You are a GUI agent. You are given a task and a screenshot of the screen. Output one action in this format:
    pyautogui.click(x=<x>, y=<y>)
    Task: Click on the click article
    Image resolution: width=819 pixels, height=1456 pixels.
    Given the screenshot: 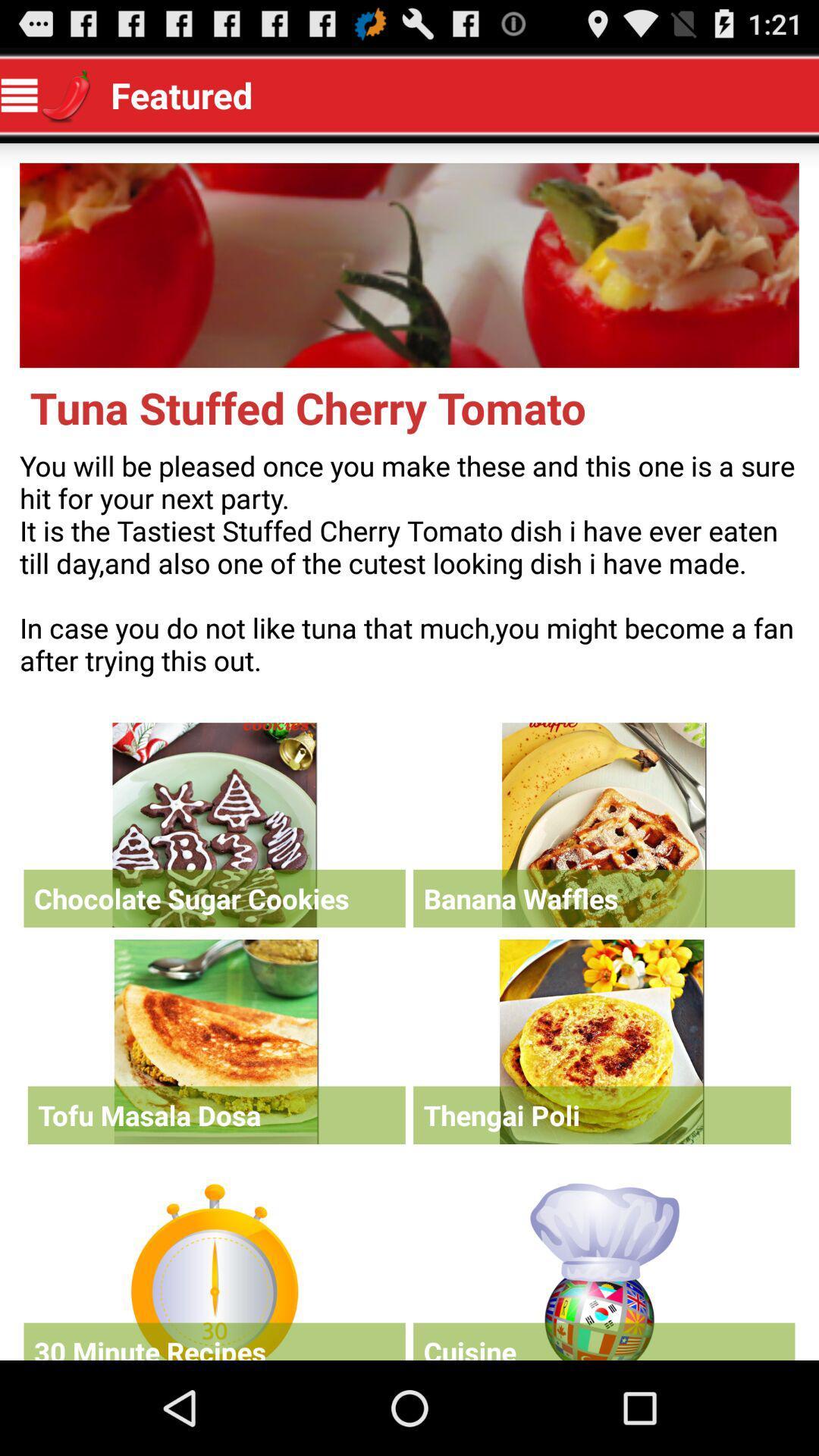 What is the action you would take?
    pyautogui.click(x=216, y=1040)
    